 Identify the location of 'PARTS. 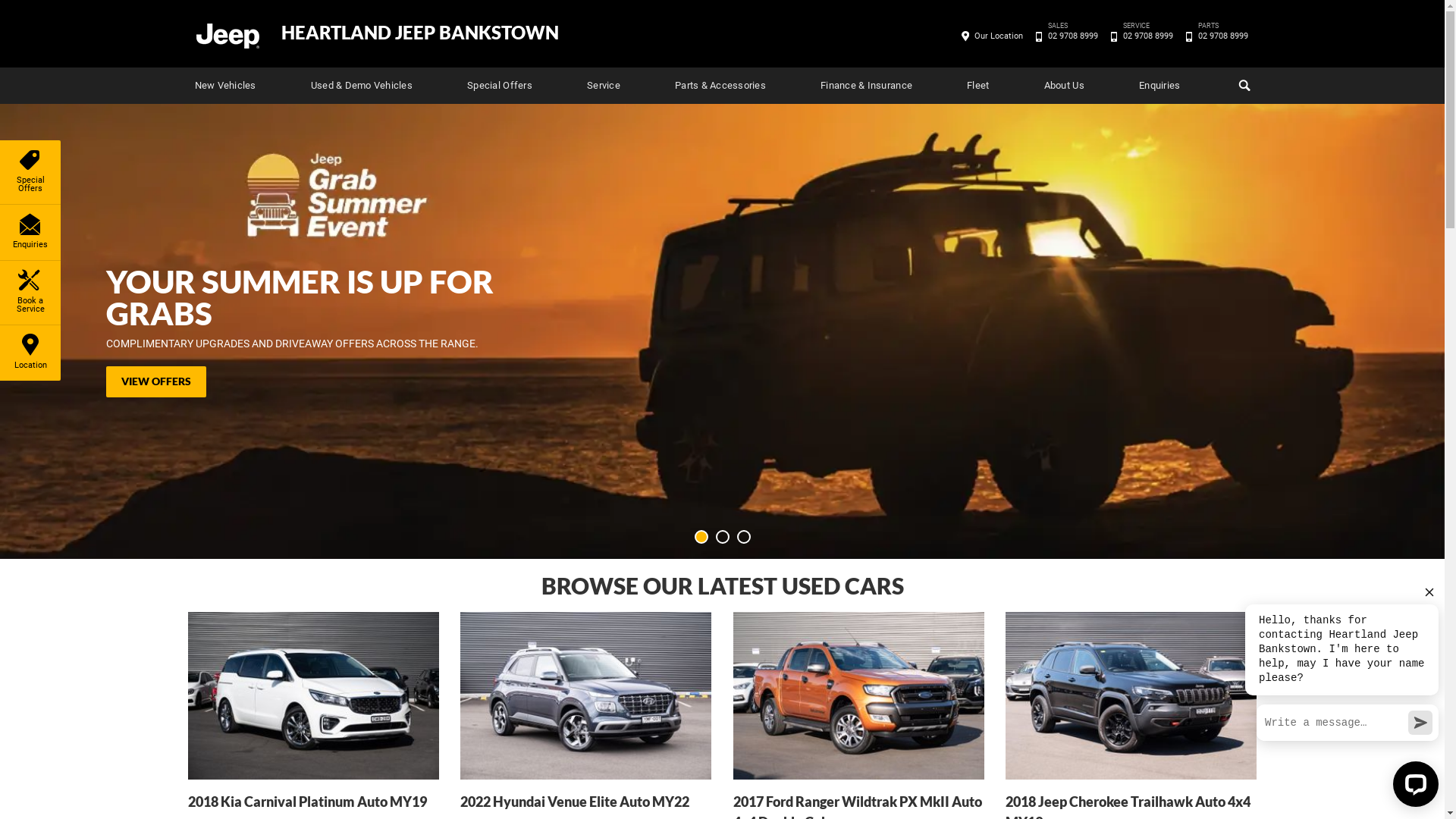
(1222, 35).